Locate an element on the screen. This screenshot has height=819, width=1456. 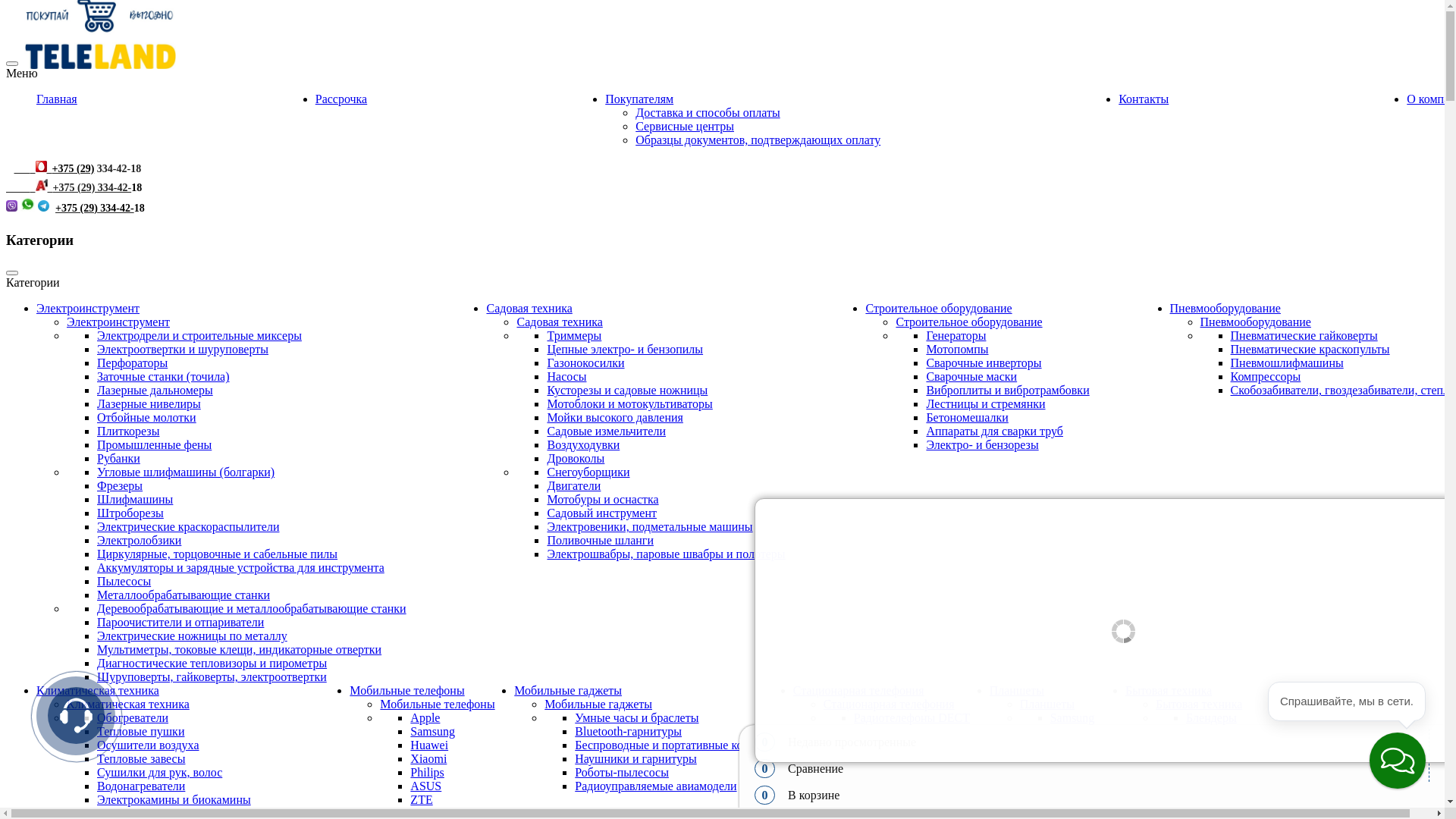
'Xiaomi' is located at coordinates (410, 758).